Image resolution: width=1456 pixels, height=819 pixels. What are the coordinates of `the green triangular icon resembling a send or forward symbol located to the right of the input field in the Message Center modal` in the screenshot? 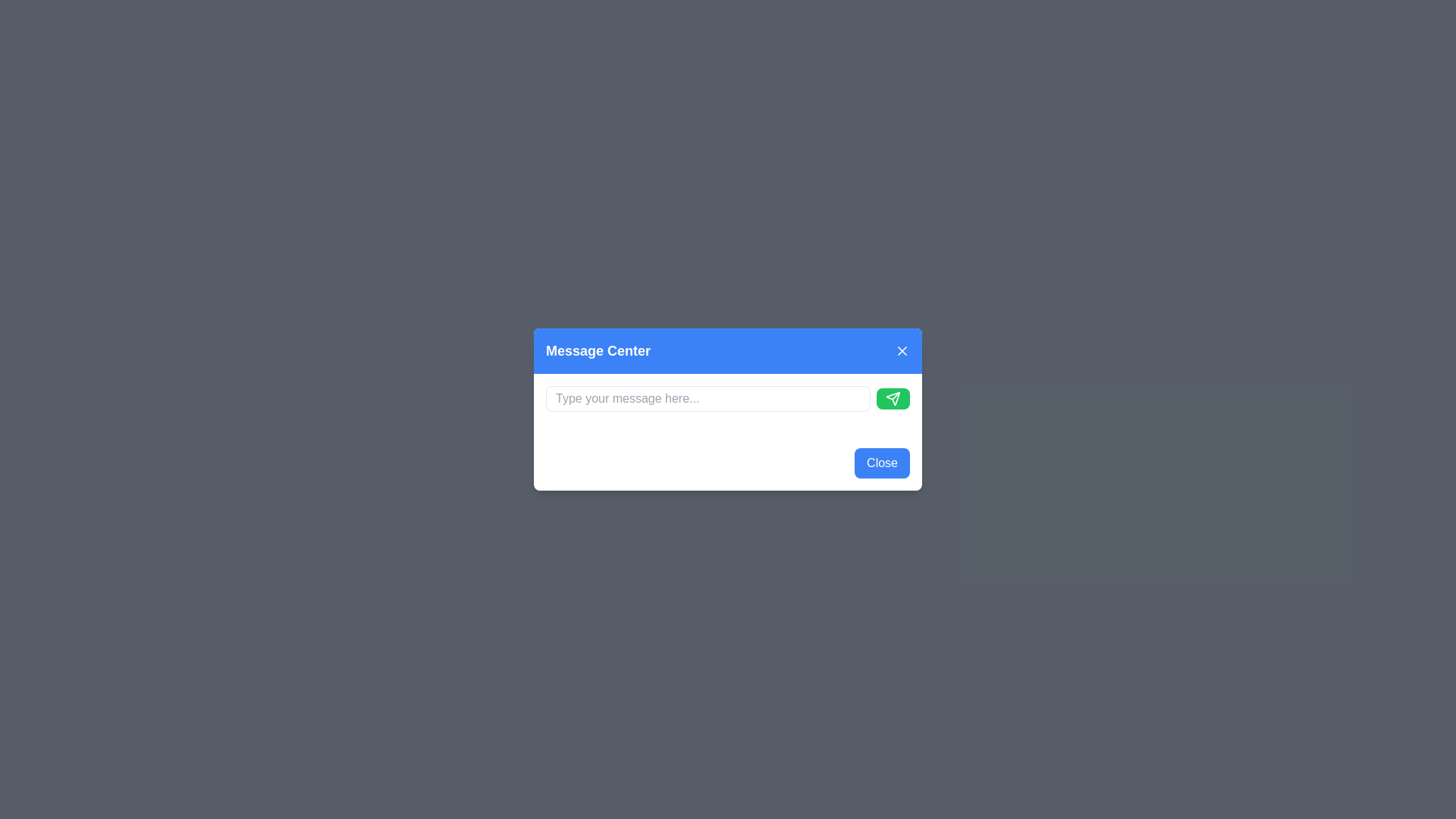 It's located at (893, 397).